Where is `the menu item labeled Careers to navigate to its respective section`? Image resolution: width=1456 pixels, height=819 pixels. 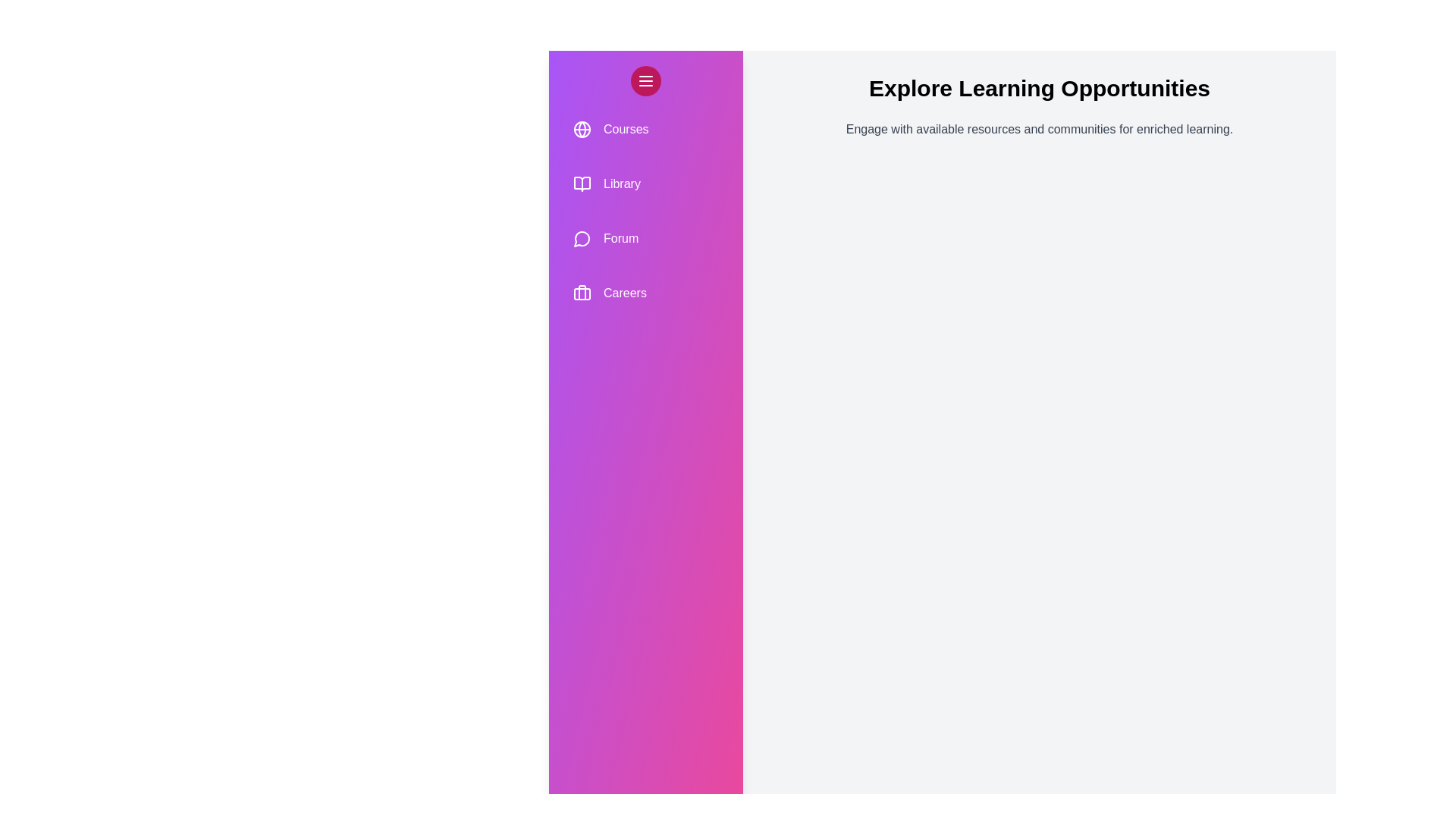
the menu item labeled Careers to navigate to its respective section is located at coordinates (645, 293).